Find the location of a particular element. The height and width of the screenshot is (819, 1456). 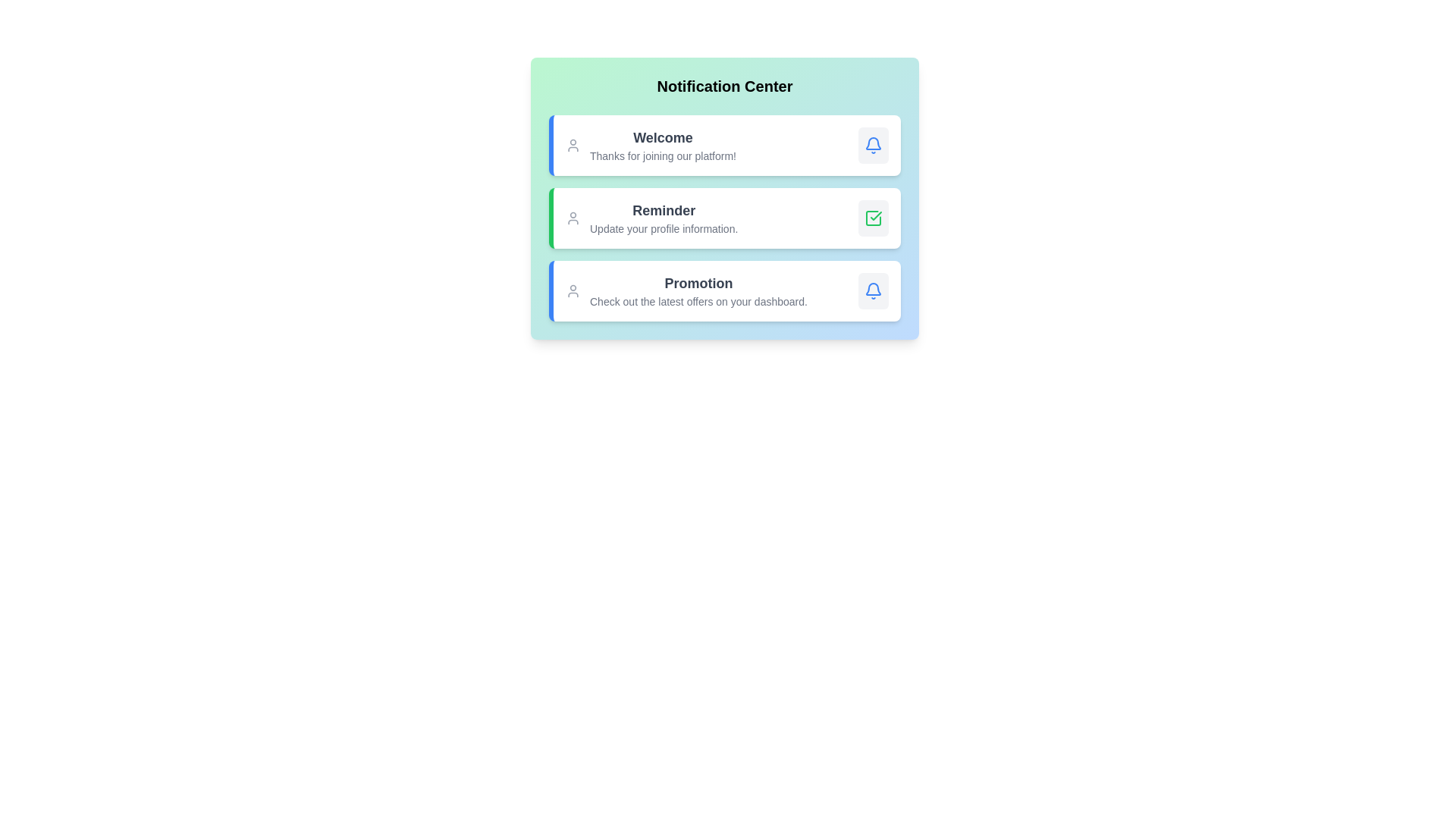

the user avatar icon associated with Promotion notification is located at coordinates (572, 291).